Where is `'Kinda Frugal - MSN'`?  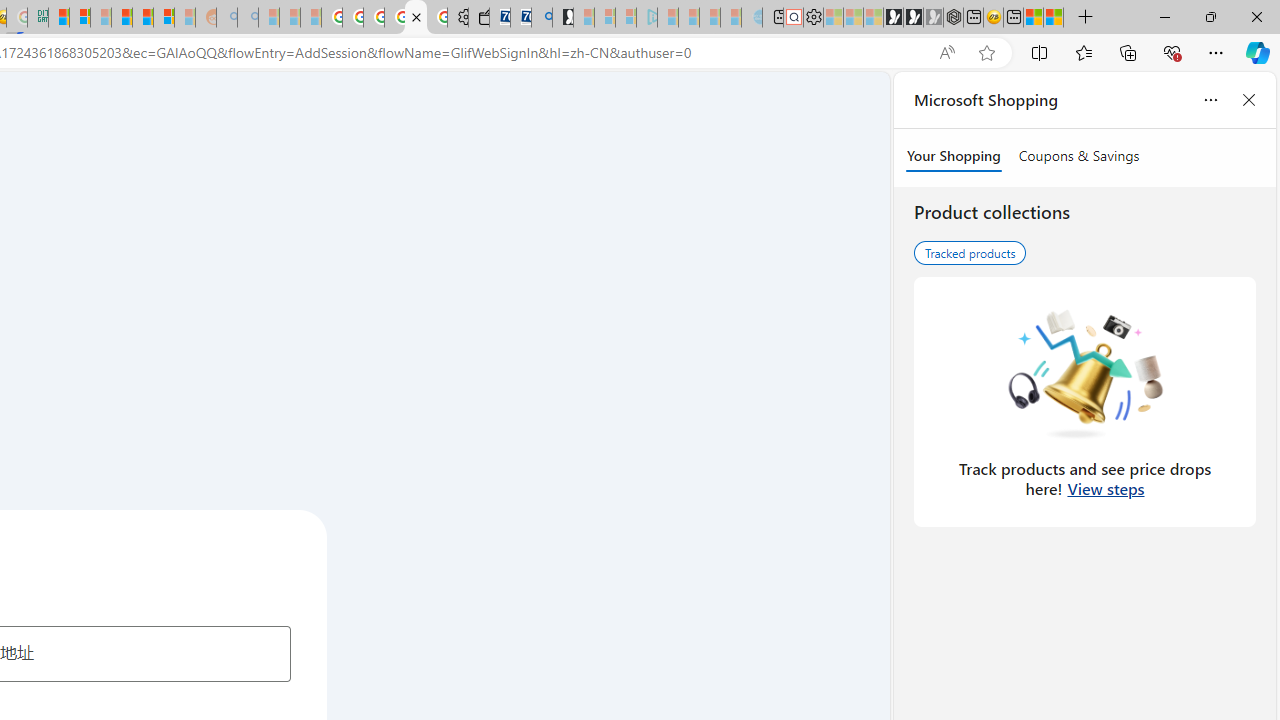
'Kinda Frugal - MSN' is located at coordinates (142, 17).